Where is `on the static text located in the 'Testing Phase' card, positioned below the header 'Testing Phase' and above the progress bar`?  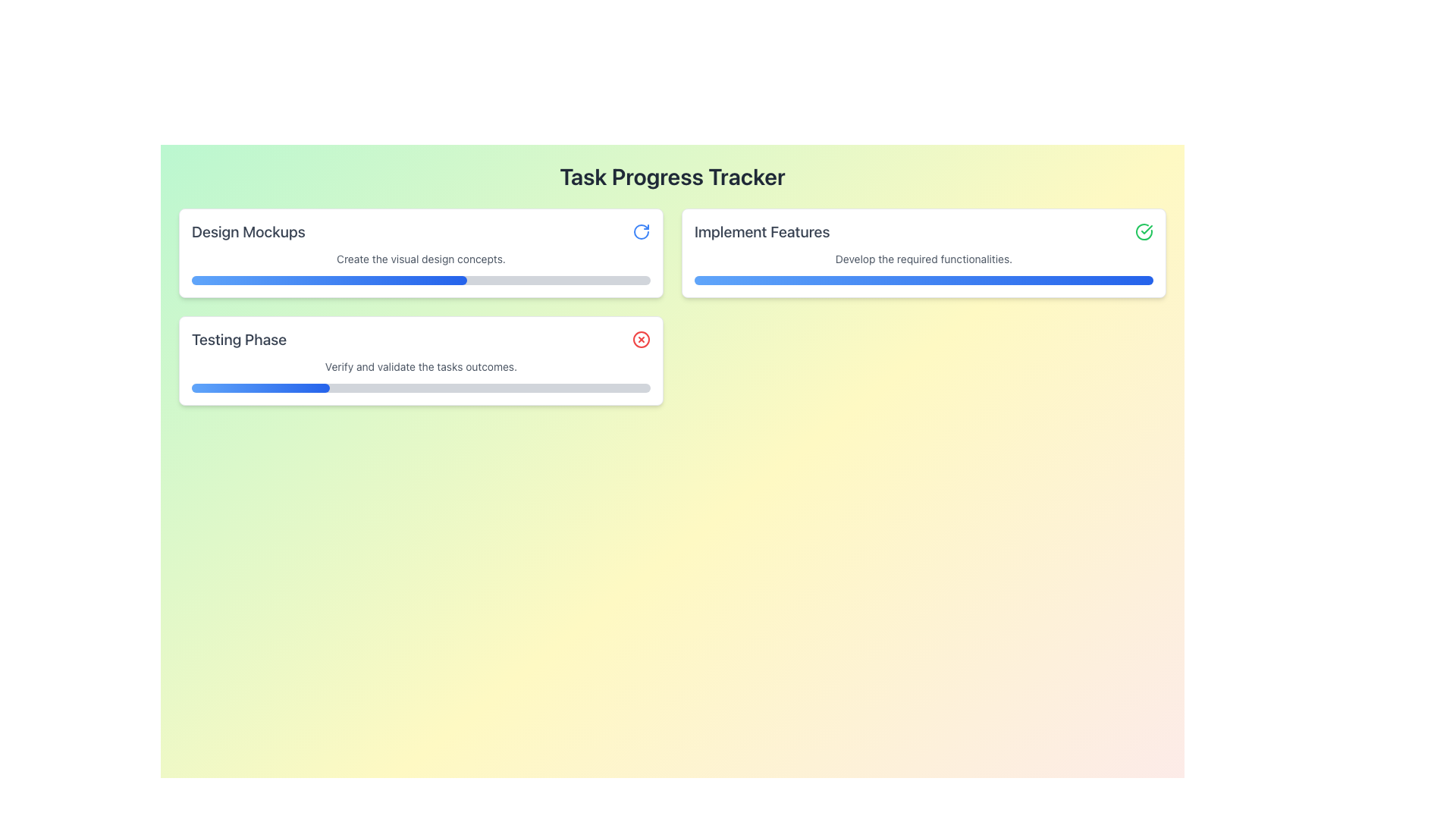
on the static text located in the 'Testing Phase' card, positioned below the header 'Testing Phase' and above the progress bar is located at coordinates (421, 366).